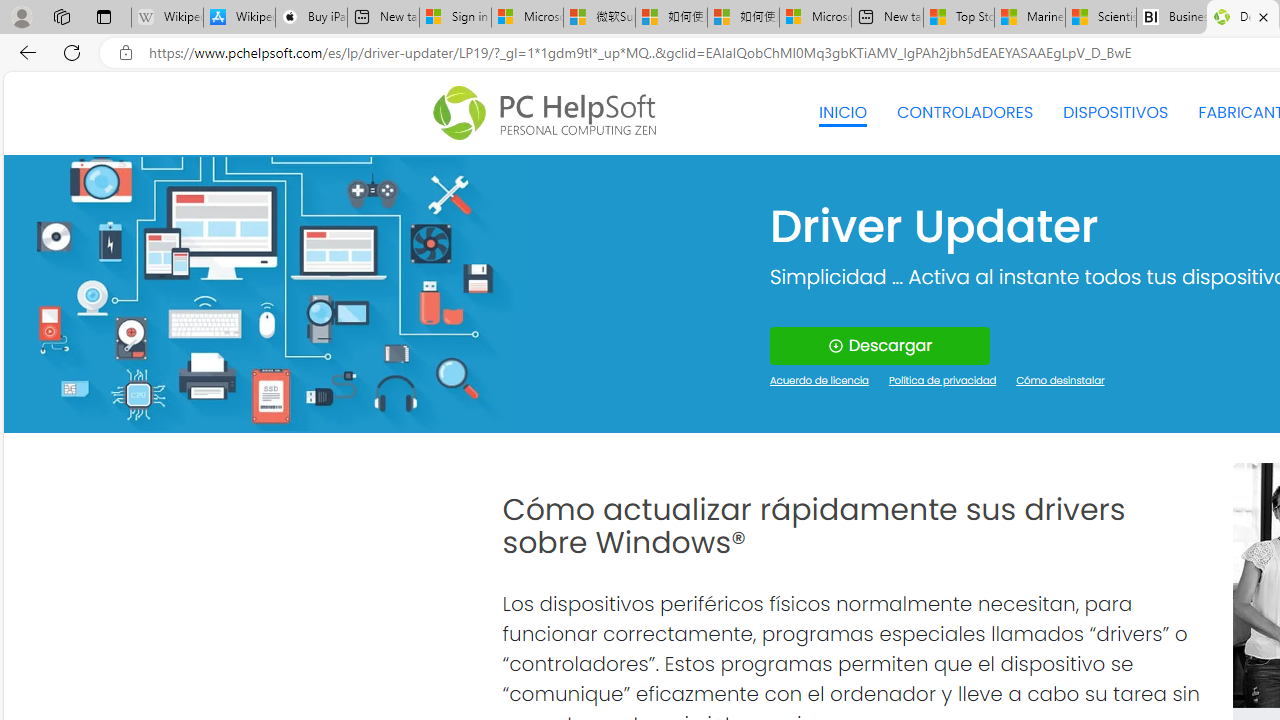 This screenshot has width=1280, height=720. I want to click on 'Microsoft account | Account Checkup', so click(815, 17).